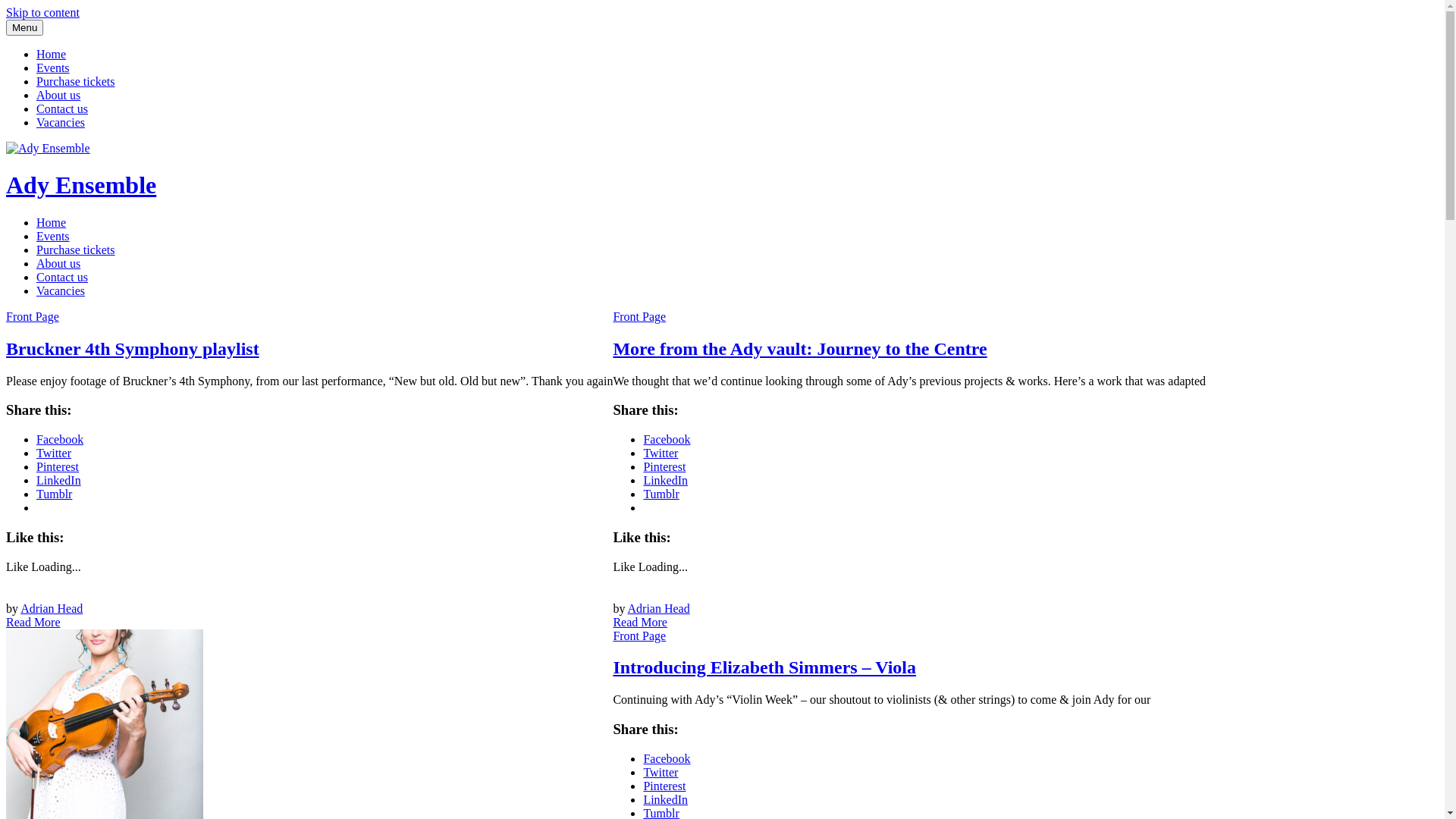 The image size is (1456, 819). Describe the element at coordinates (612, 315) in the screenshot. I see `'Front Page'` at that location.